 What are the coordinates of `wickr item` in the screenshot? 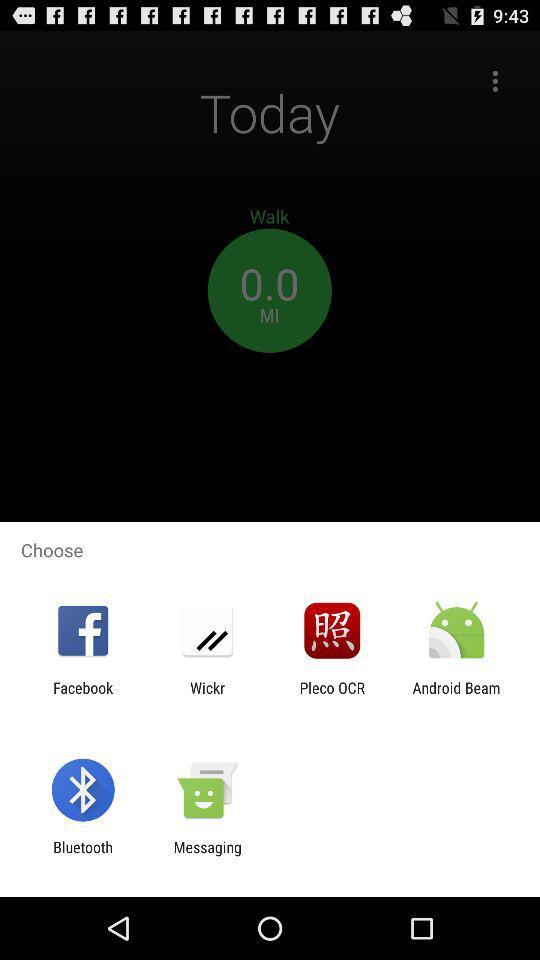 It's located at (206, 696).